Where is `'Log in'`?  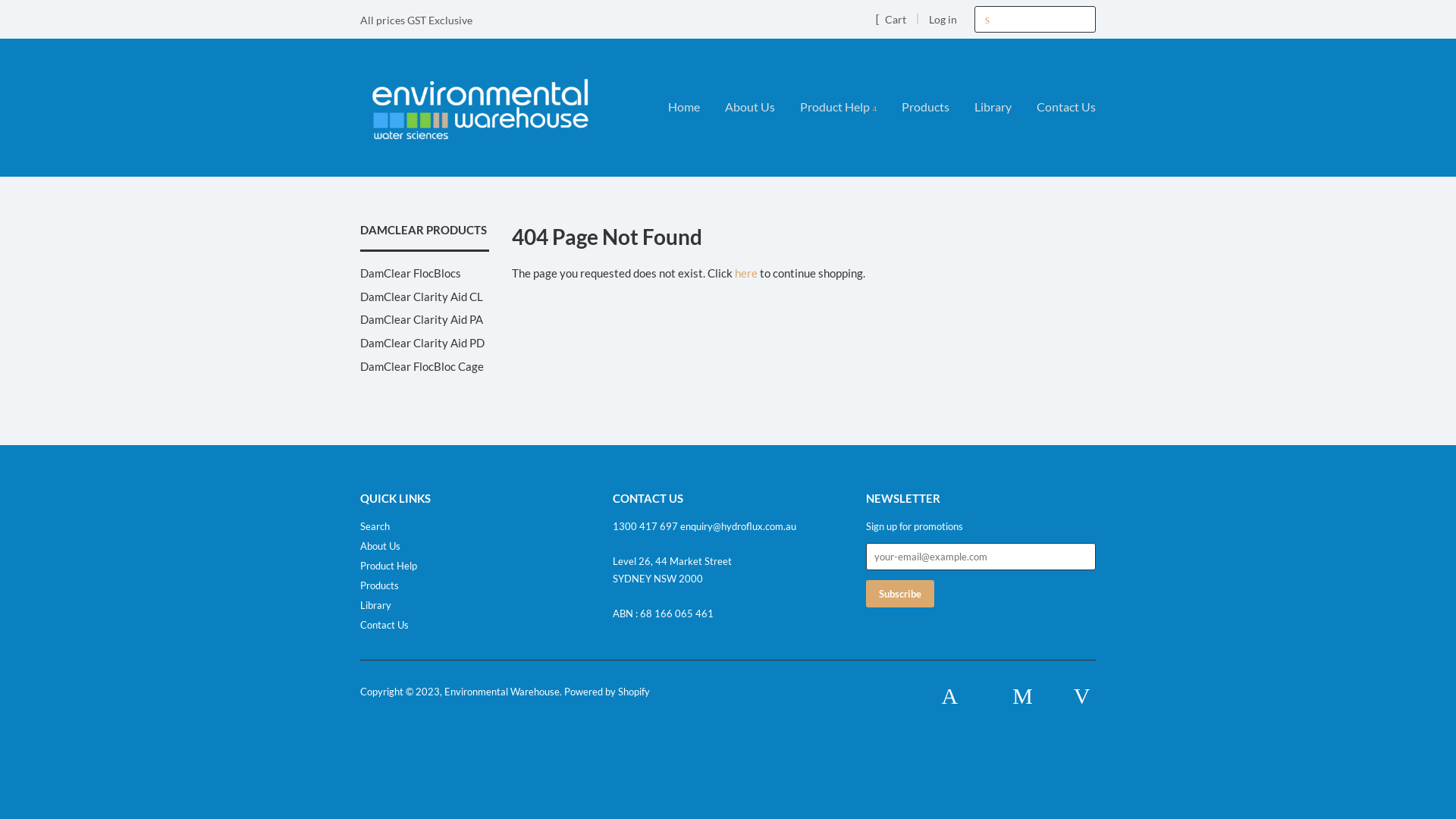 'Log in' is located at coordinates (942, 19).